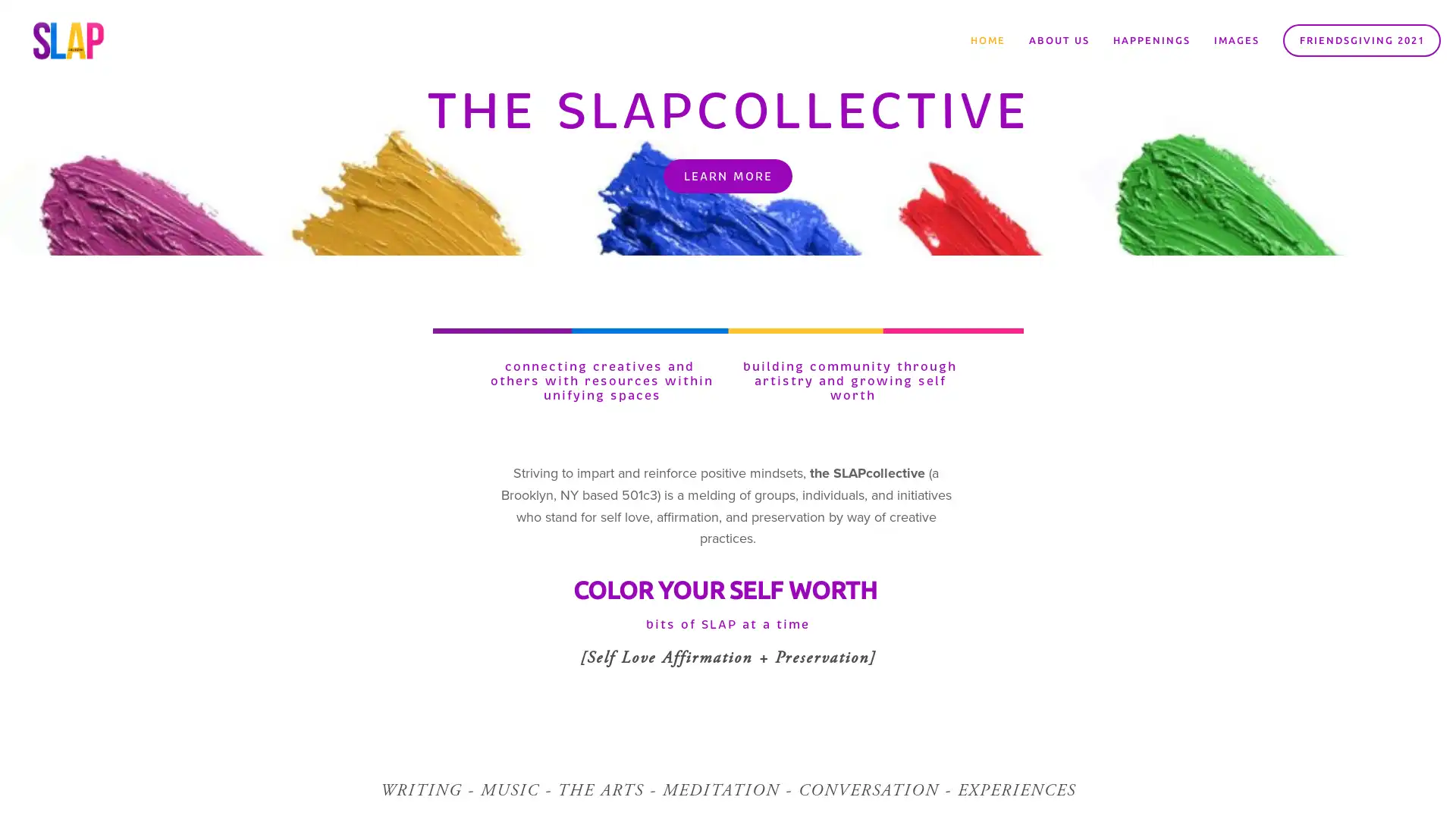  I want to click on get mo' SLAP!, so click(822, 449).